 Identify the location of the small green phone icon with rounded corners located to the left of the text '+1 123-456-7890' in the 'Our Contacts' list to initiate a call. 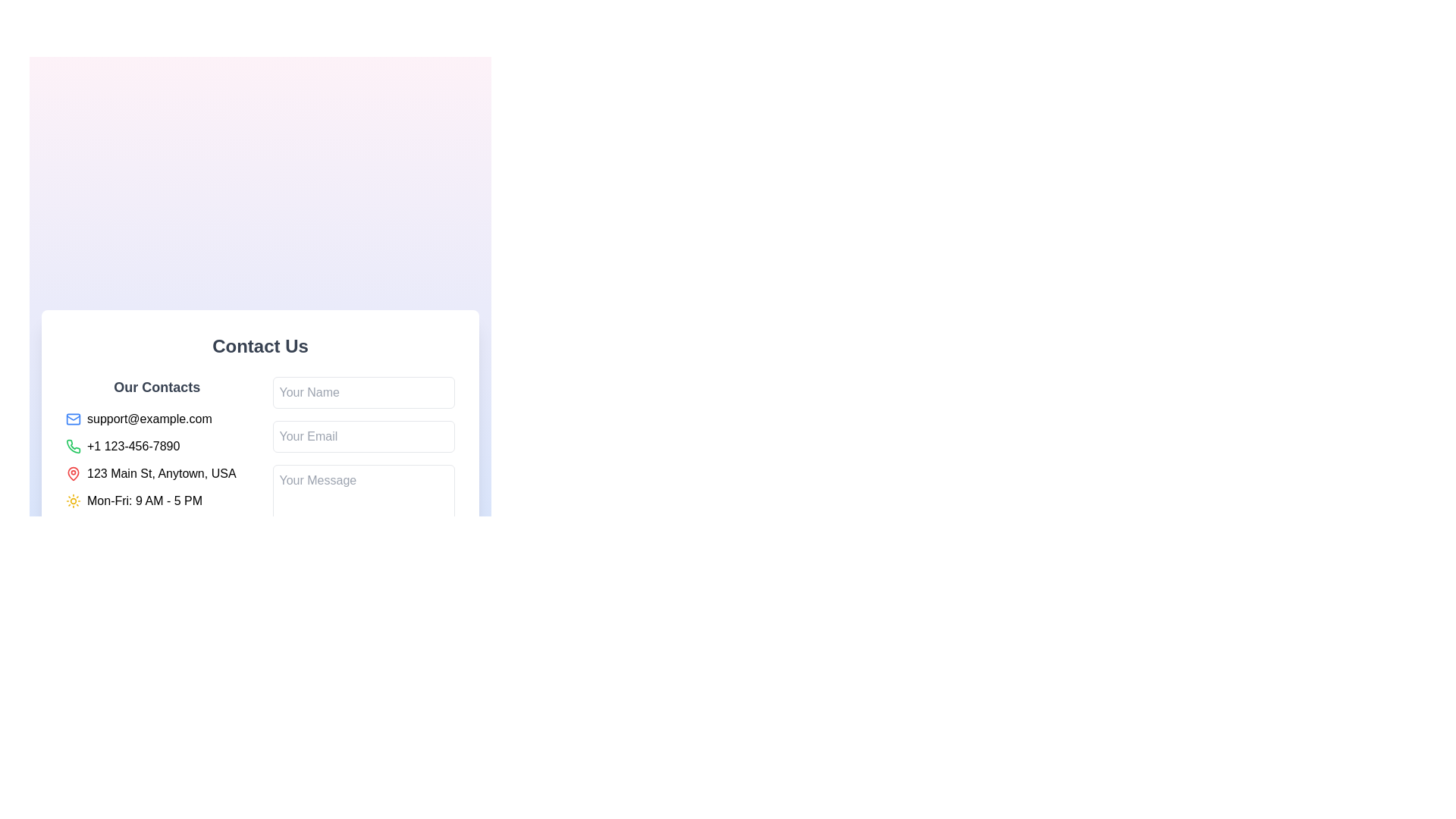
(72, 444).